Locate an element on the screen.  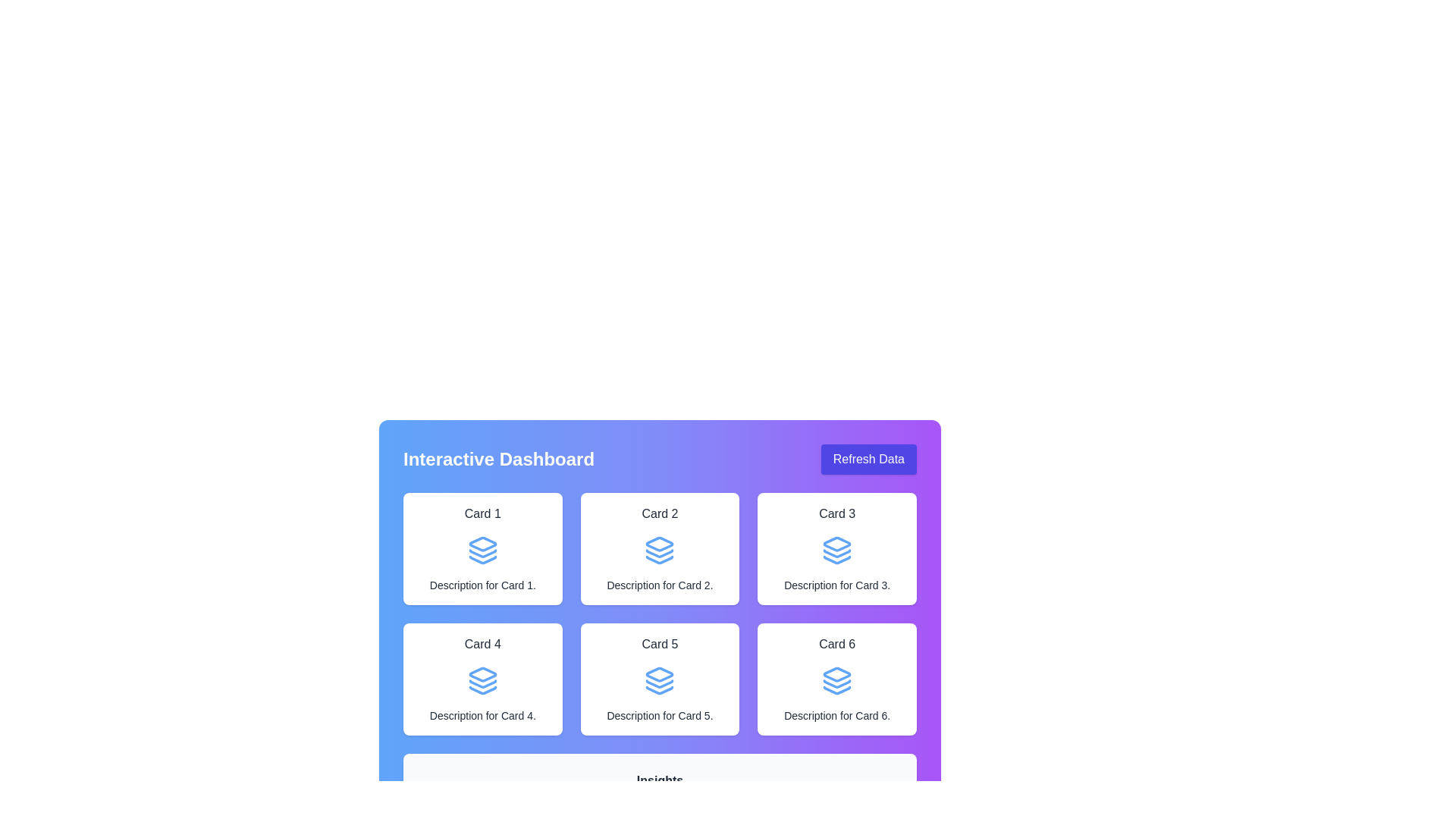
the static text label displaying 'Card 1' located at the top of the first card in the grid layout on the dashboard is located at coordinates (482, 513).